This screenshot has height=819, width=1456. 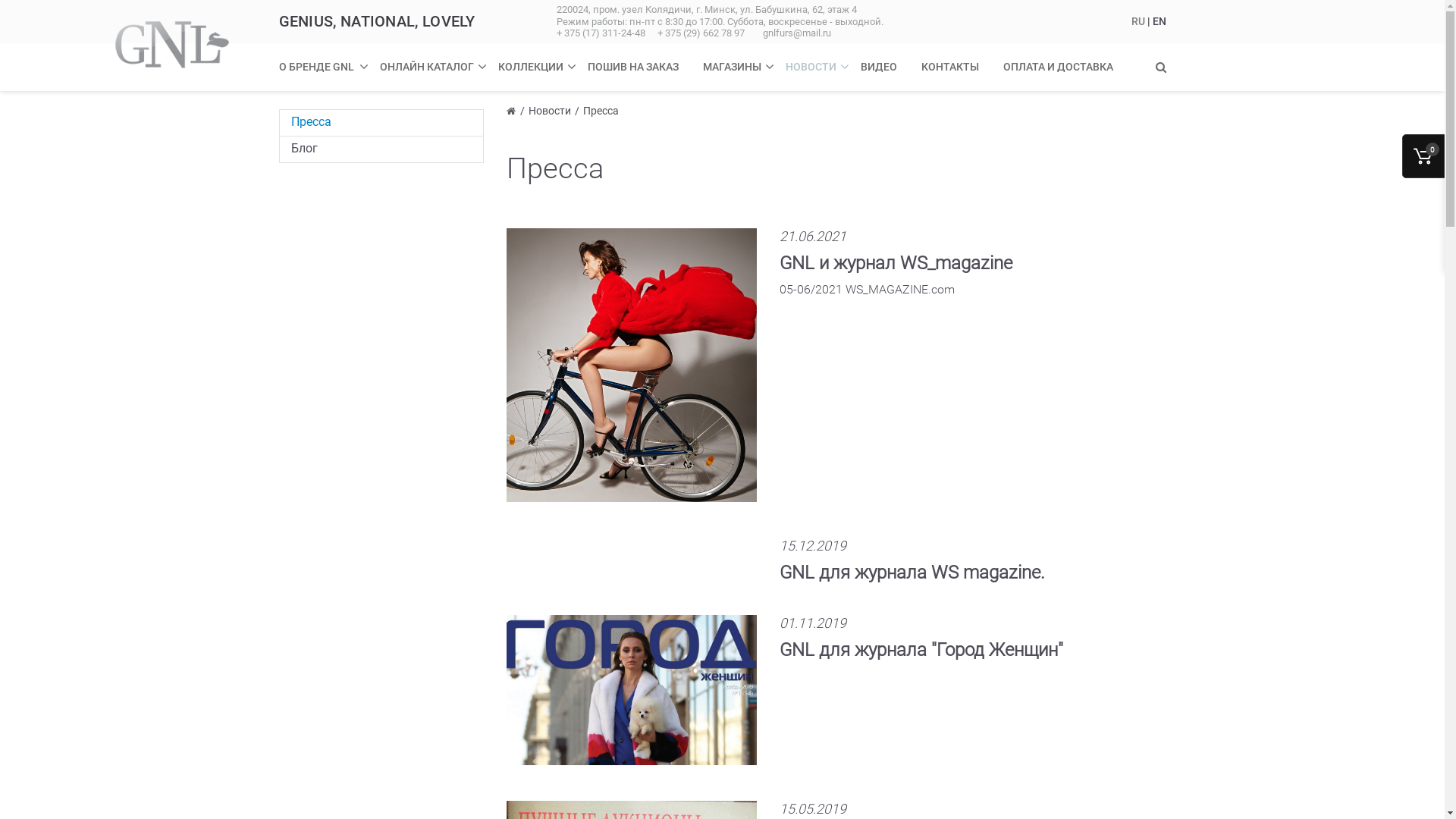 What do you see at coordinates (602, 33) in the screenshot?
I see `'+ 375 (17) 311-24-48  '` at bounding box center [602, 33].